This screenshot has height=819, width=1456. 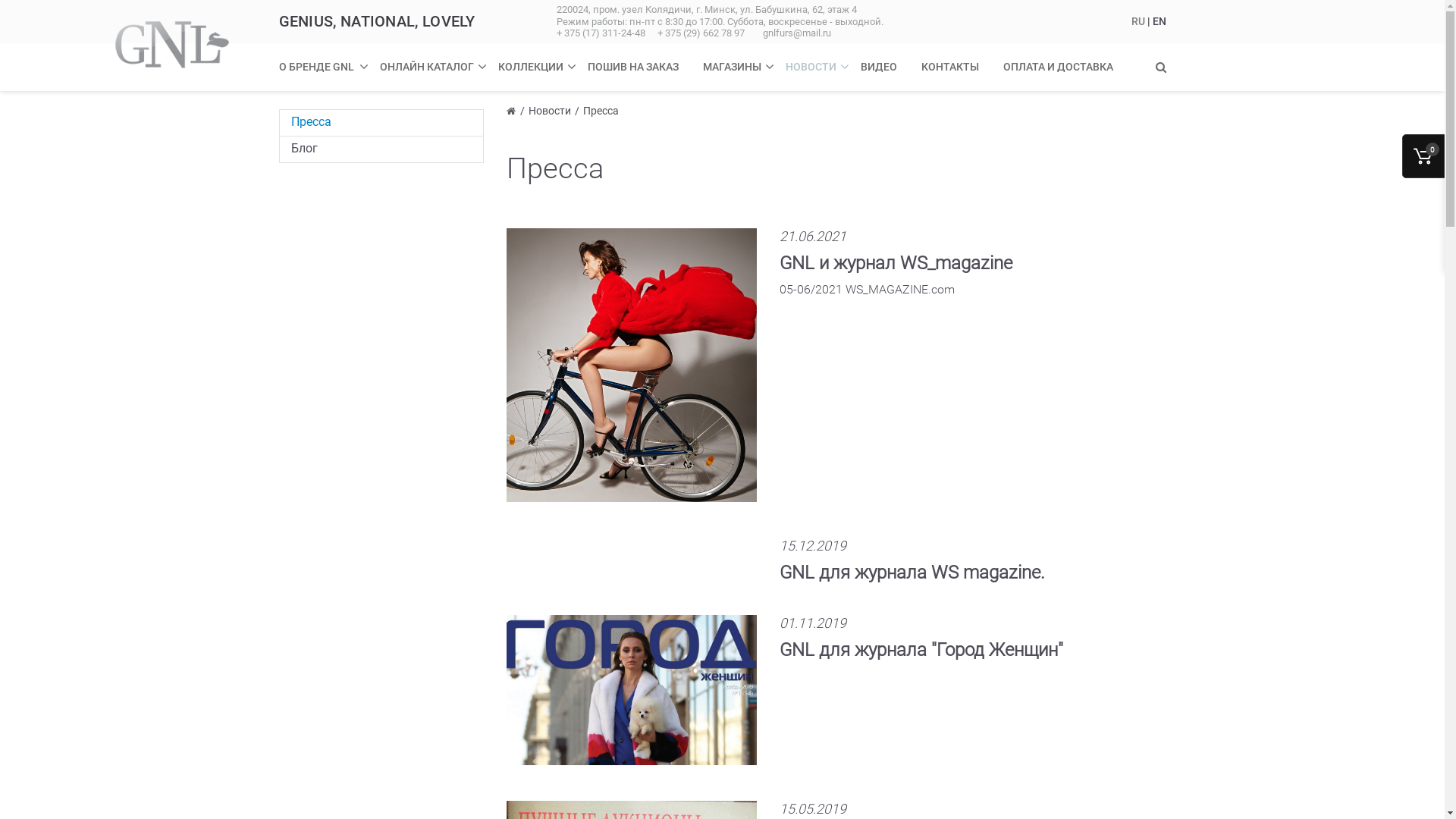 What do you see at coordinates (602, 33) in the screenshot?
I see `'+ 375 (17) 311-24-48  '` at bounding box center [602, 33].